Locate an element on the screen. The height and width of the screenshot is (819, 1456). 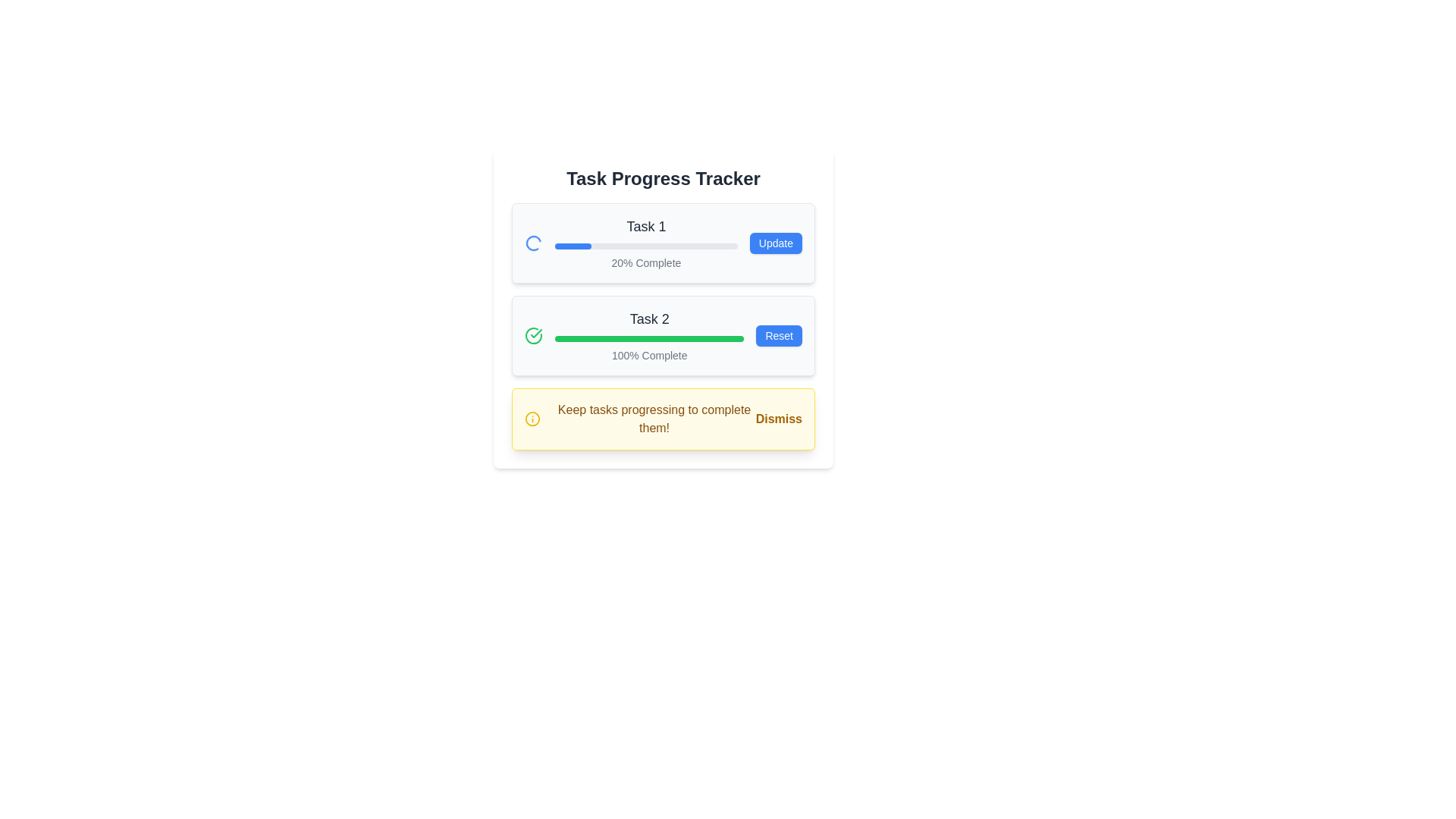
the Progress Bar that visually represents the 20% completion of Task 1, located below 'Task 1' and above '20% Complete' is located at coordinates (646, 245).